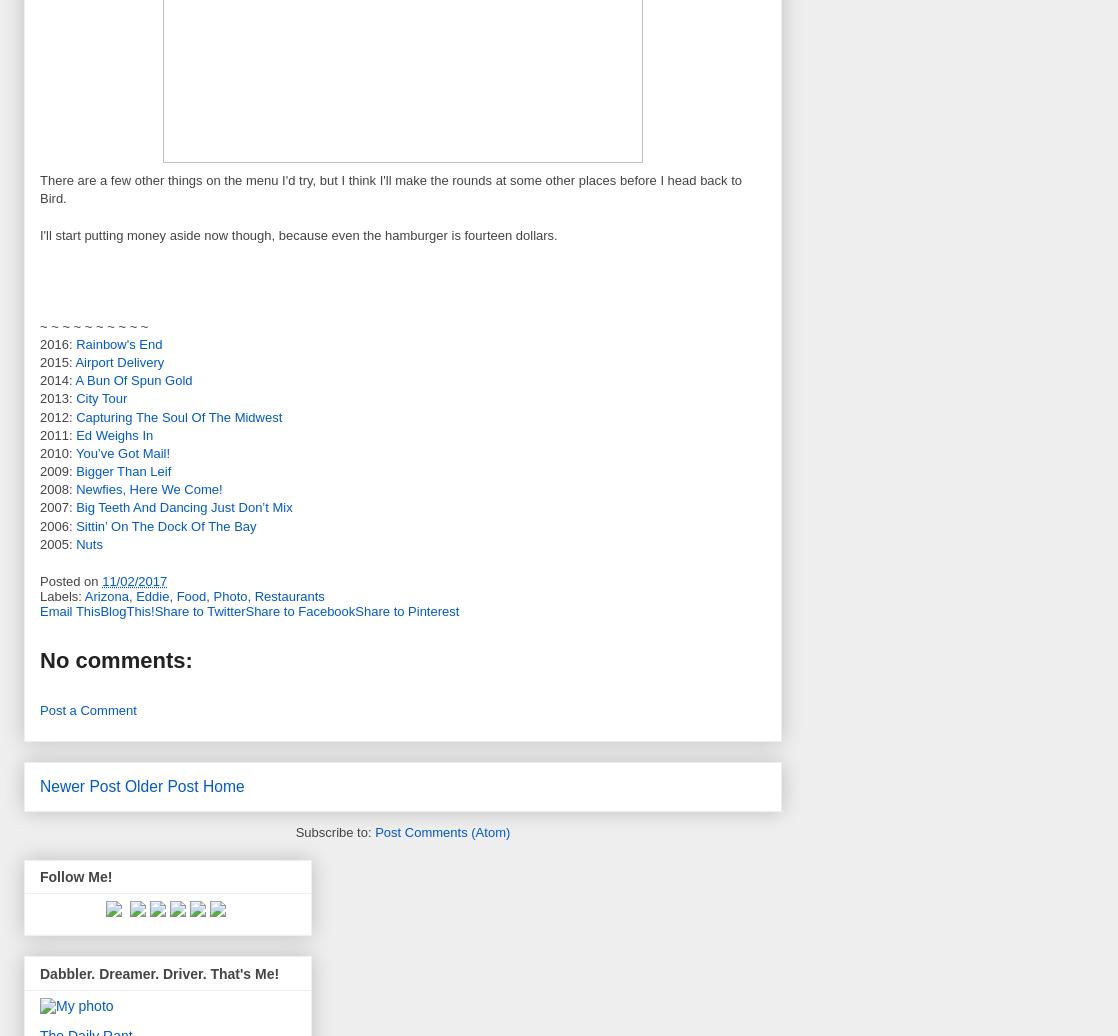 The height and width of the screenshot is (1036, 1118). What do you see at coordinates (101, 398) in the screenshot?
I see `'City Tour'` at bounding box center [101, 398].